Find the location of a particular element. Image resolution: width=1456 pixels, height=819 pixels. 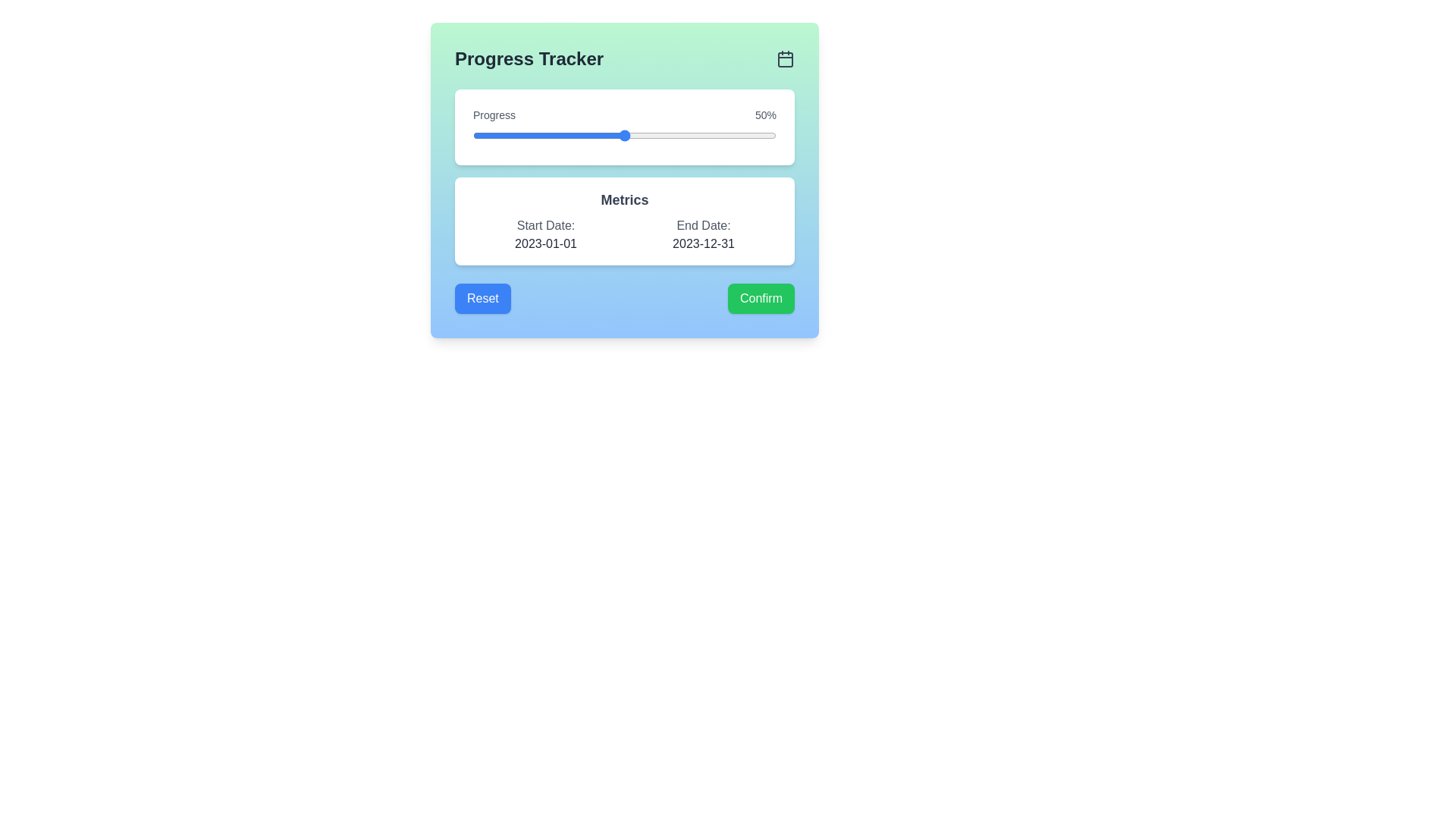

the progress is located at coordinates (712, 134).